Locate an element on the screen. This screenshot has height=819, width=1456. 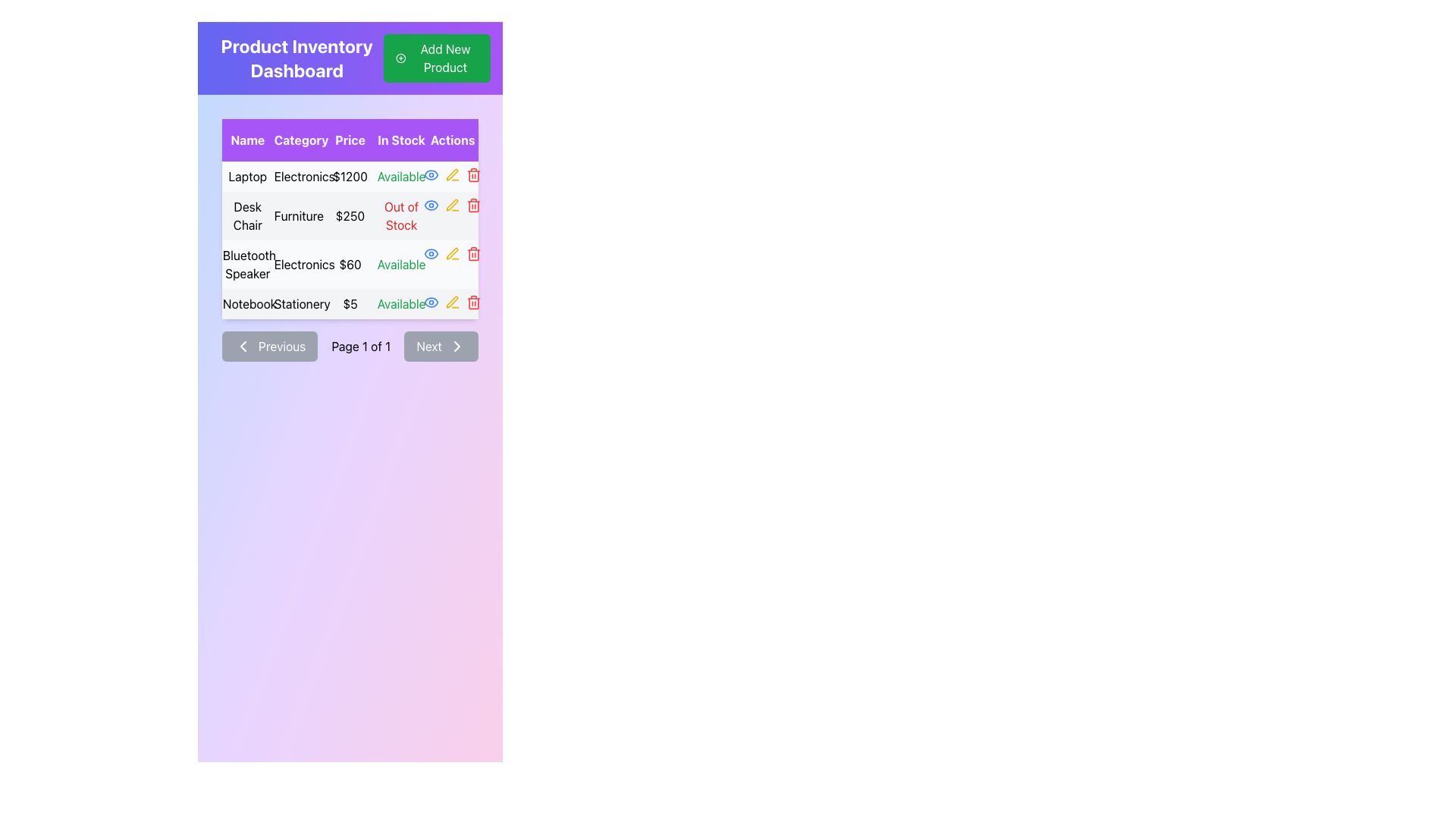
the yellow pen icon in the third row of the 'Actions' column of the table to initiate an edit action is located at coordinates (452, 253).